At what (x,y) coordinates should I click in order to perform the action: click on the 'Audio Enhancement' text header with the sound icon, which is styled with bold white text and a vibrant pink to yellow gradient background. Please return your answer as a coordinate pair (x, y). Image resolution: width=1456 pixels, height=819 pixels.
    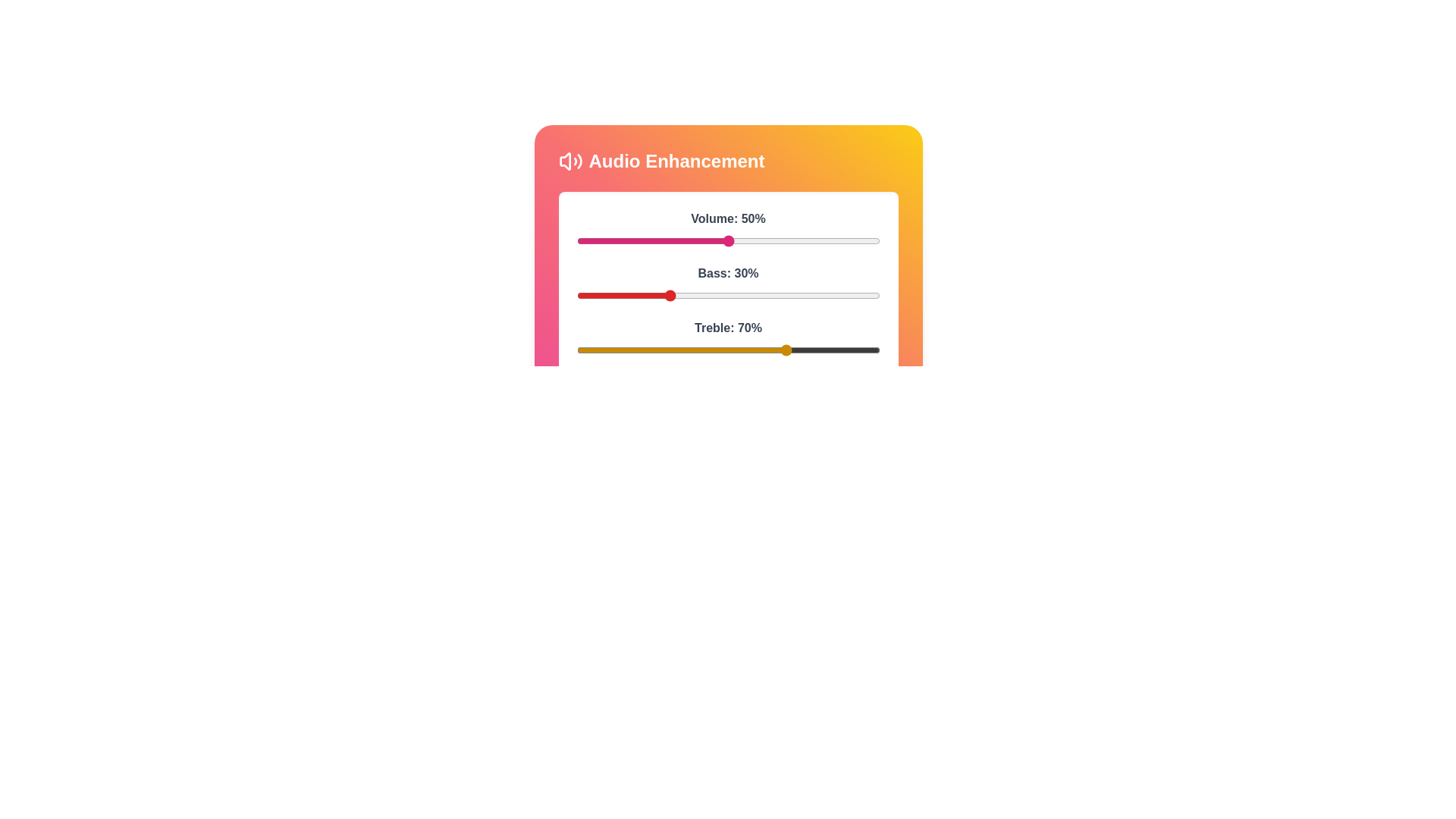
    Looking at the image, I should click on (728, 161).